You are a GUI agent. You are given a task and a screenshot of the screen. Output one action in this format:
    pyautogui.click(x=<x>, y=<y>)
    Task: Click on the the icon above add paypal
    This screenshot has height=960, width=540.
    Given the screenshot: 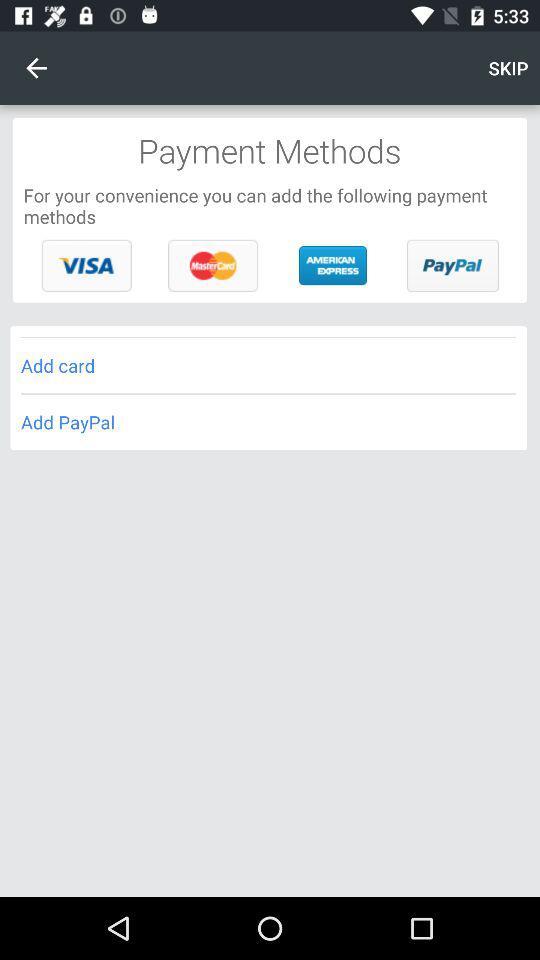 What is the action you would take?
    pyautogui.click(x=268, y=364)
    